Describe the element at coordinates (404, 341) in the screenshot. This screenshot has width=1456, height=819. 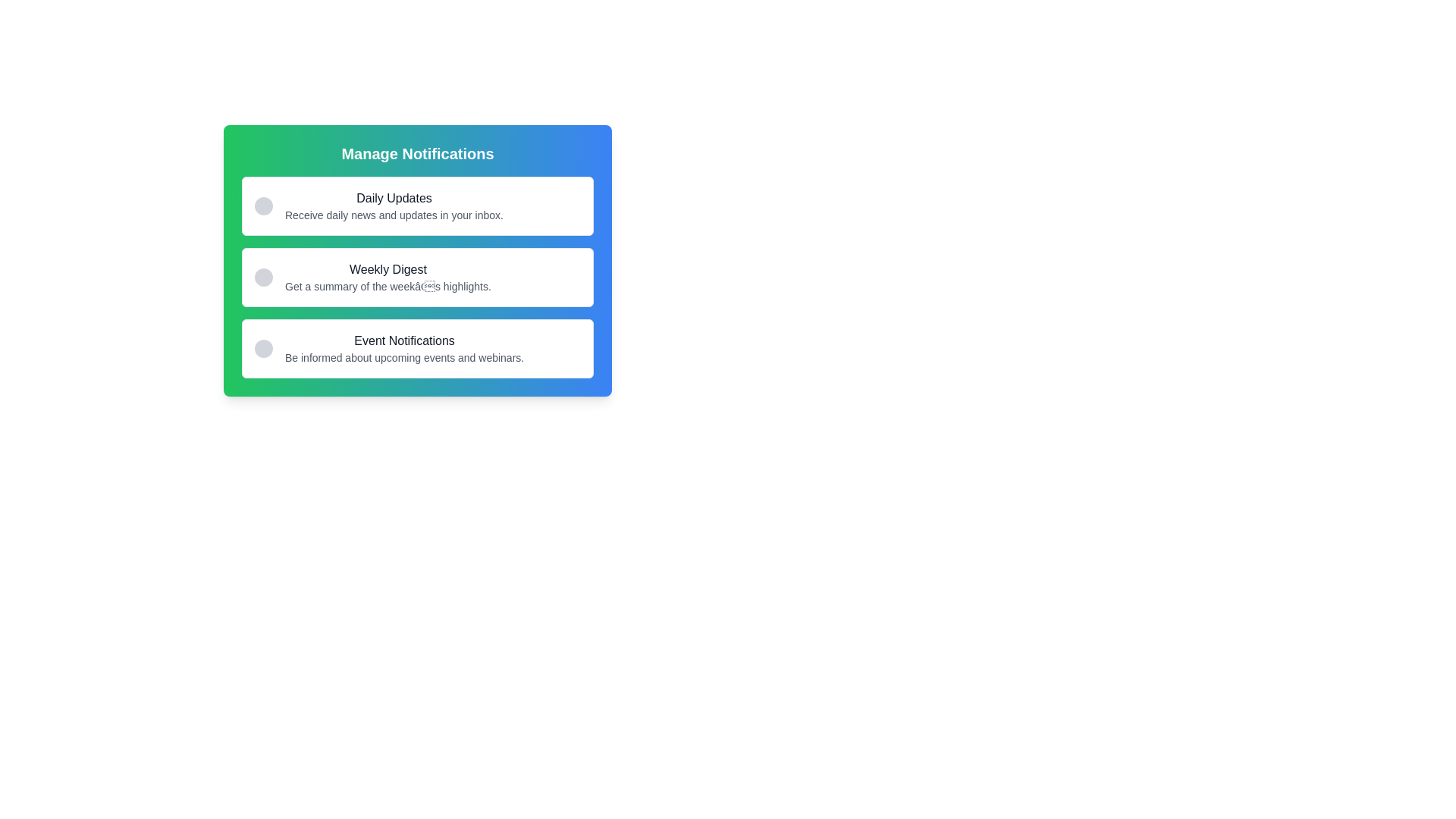
I see `the 'Event Notifications' section heading text label in the 'Manage Notifications' panel, which is located between 'Weekly Digest' and the descriptive text about events` at that location.